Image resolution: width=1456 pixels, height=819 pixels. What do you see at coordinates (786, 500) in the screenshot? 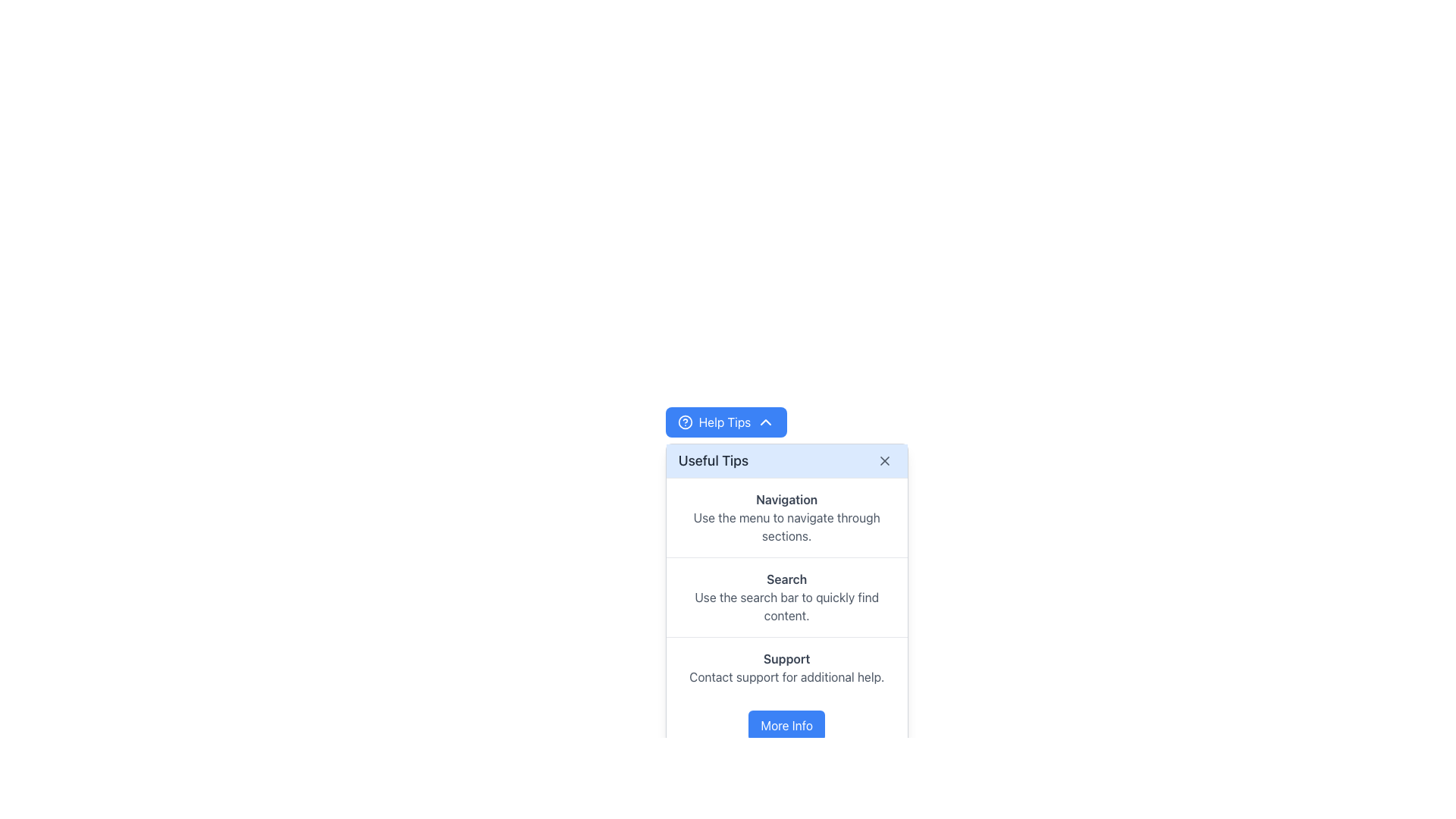
I see `the 'Navigation' text label, which serves as a heading introducing the section within the 'Useful Tips' card interface` at bounding box center [786, 500].